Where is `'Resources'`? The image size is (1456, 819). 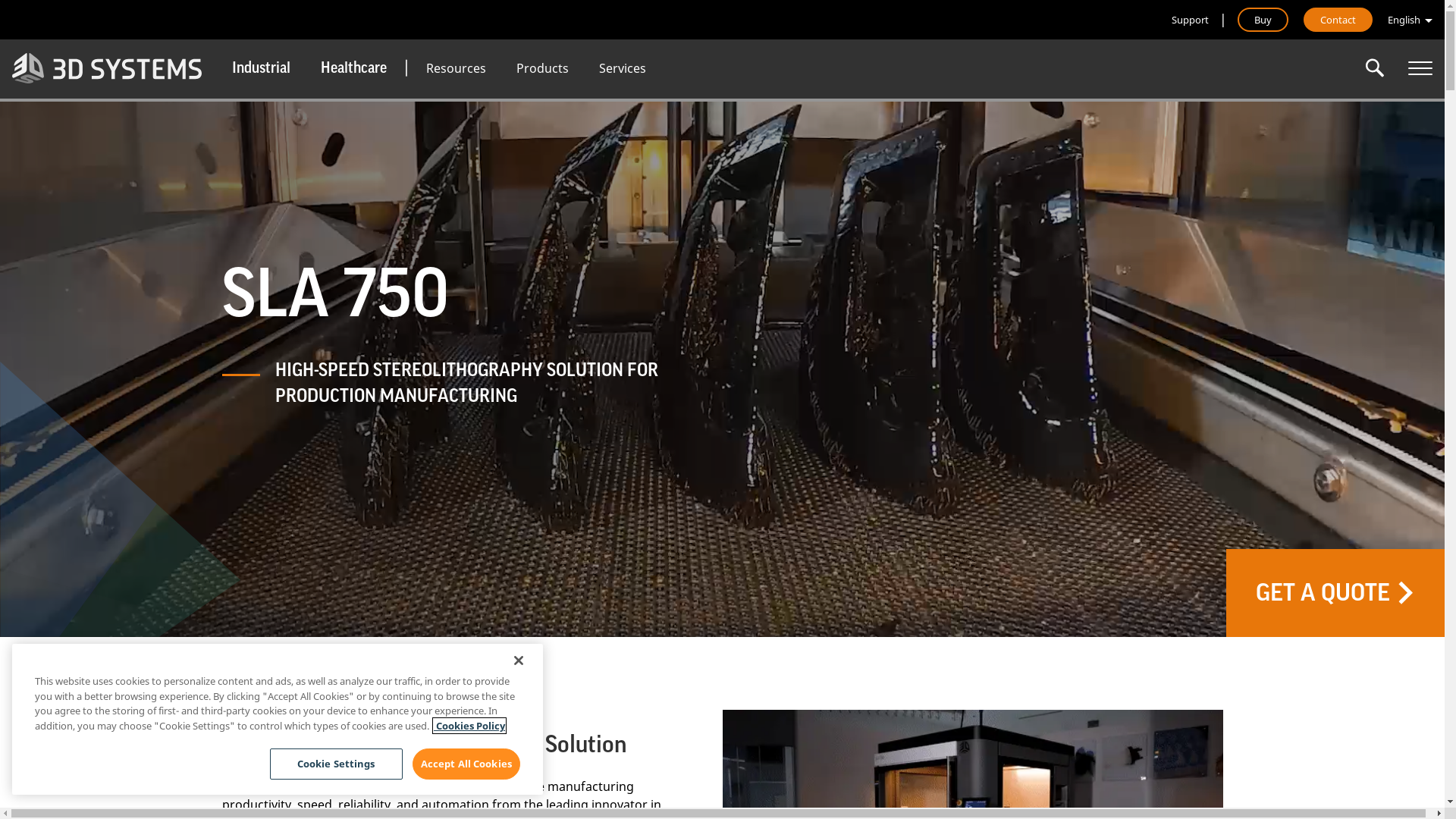
'Resources' is located at coordinates (455, 67).